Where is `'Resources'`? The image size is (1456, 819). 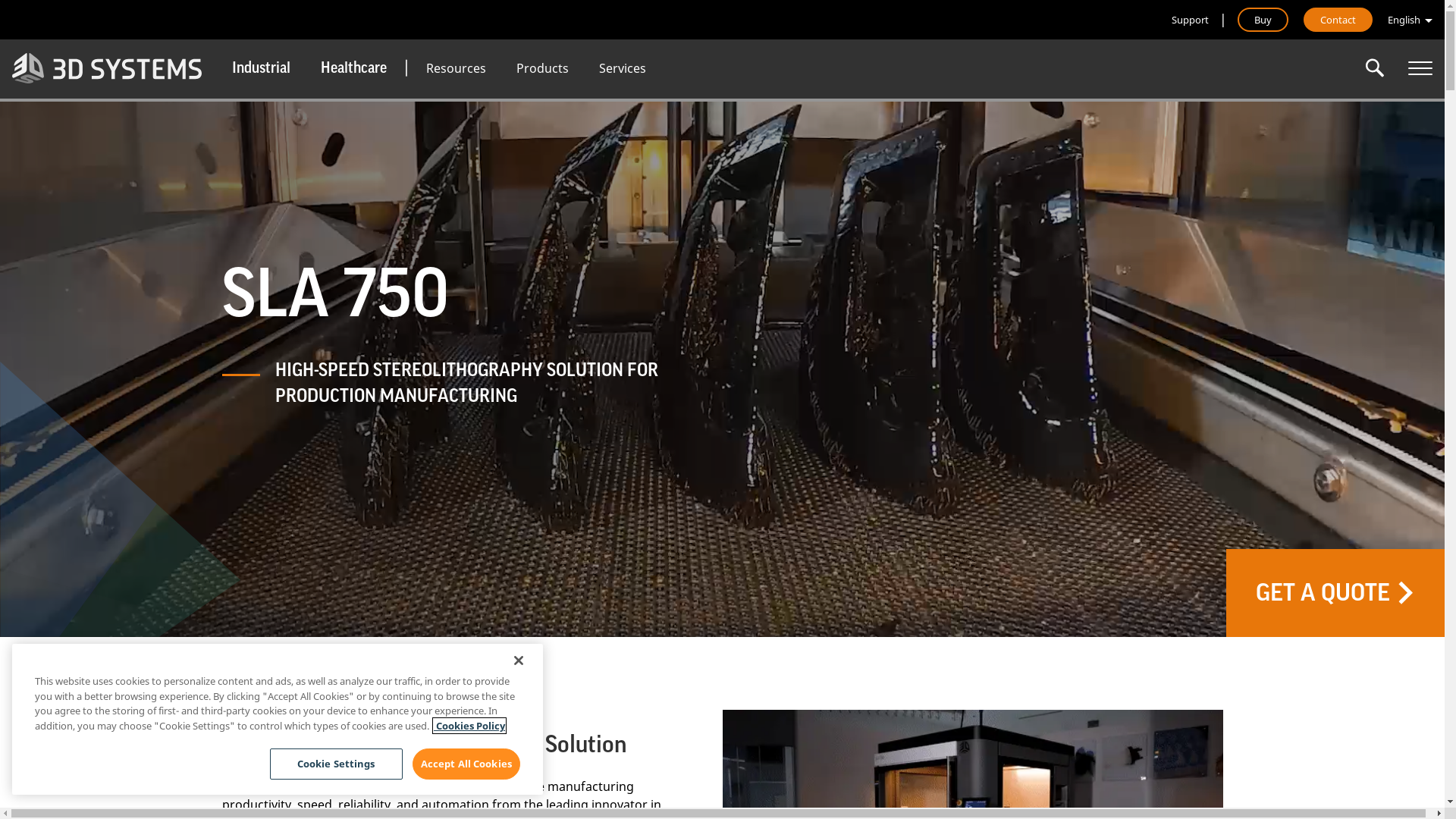
'Resources' is located at coordinates (455, 67).